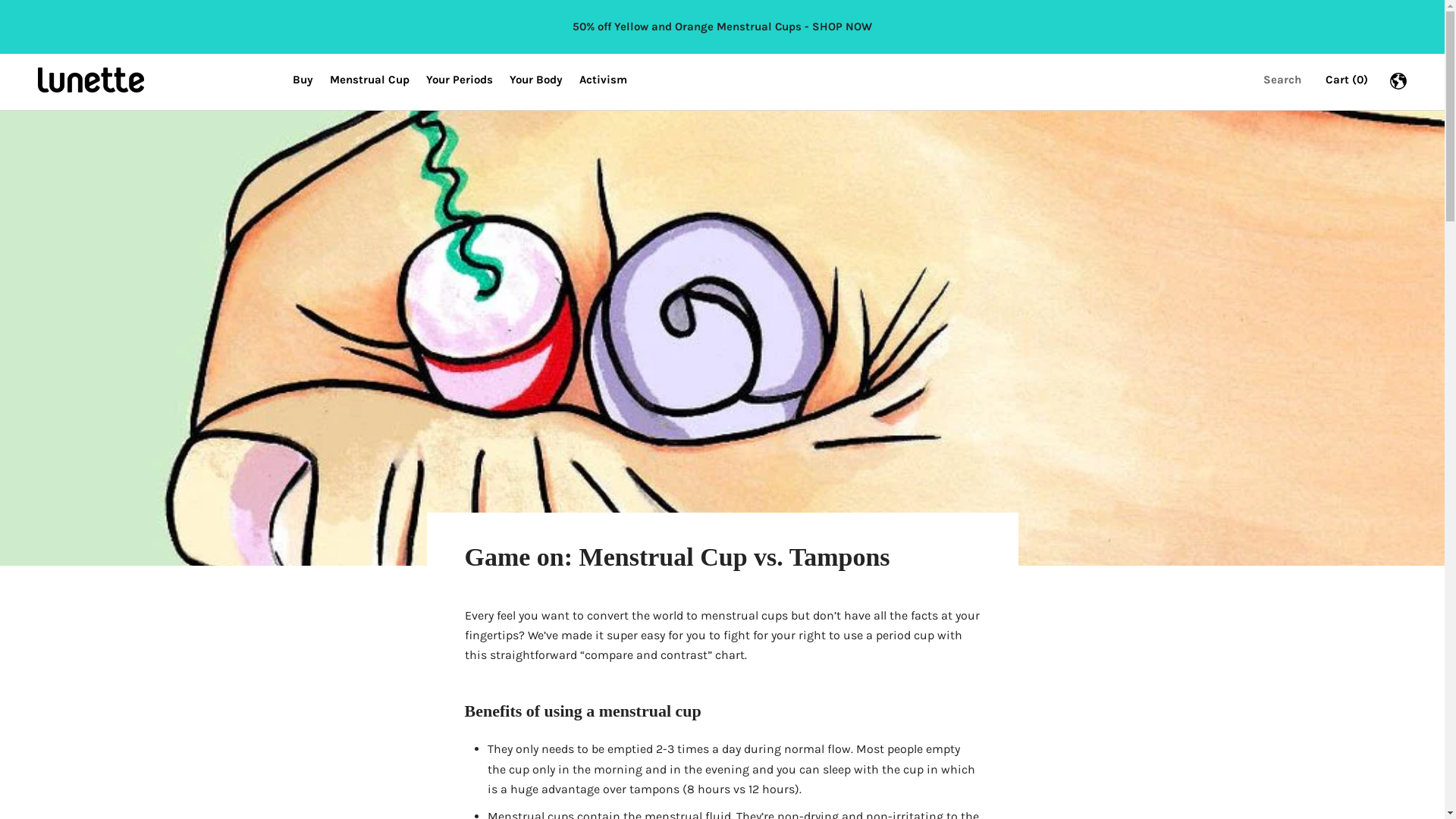  I want to click on '50% off Yellow and Orange Menstrual Cups - SHOP NOW', so click(721, 26).